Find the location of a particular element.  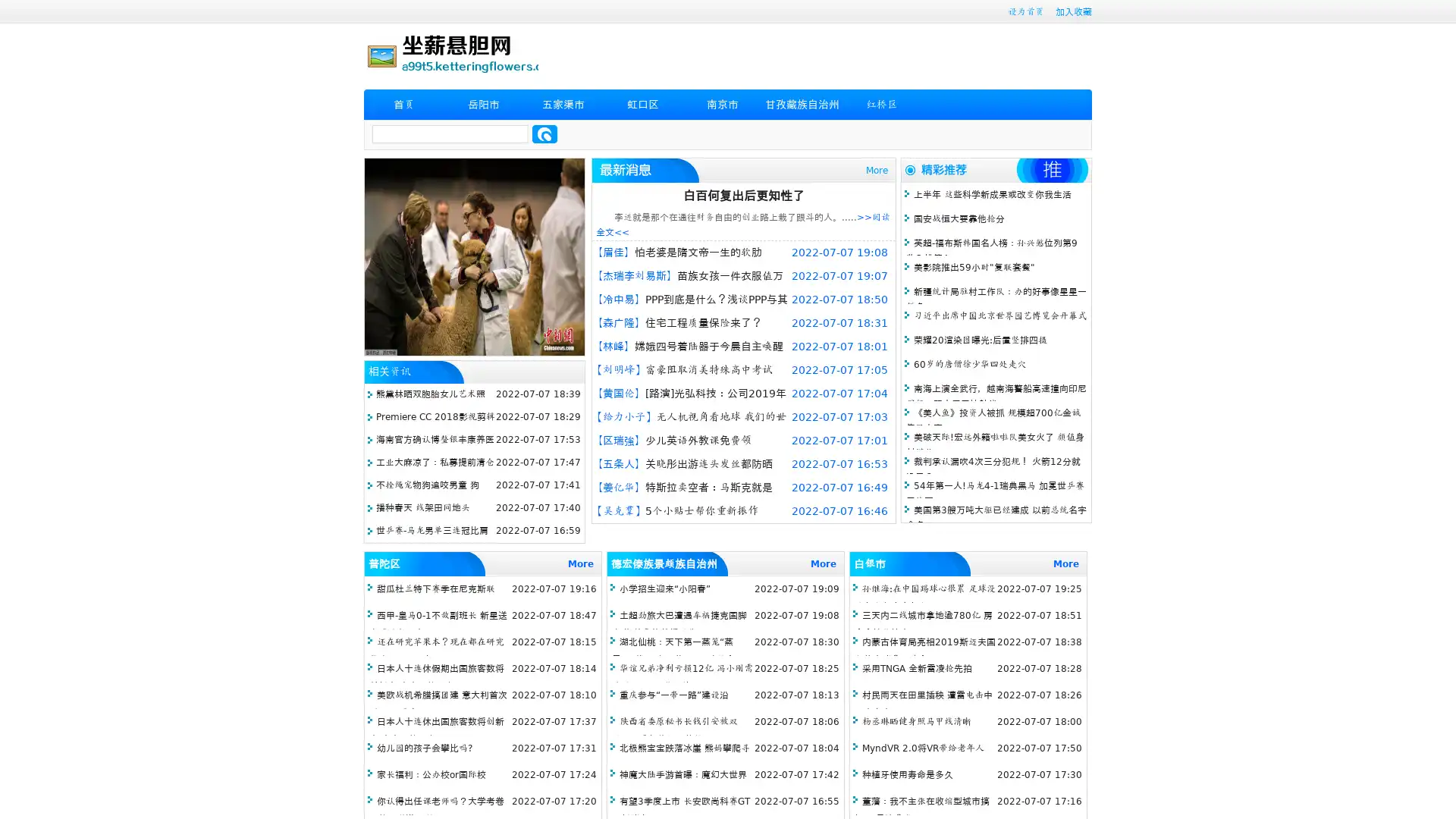

Search is located at coordinates (544, 133).